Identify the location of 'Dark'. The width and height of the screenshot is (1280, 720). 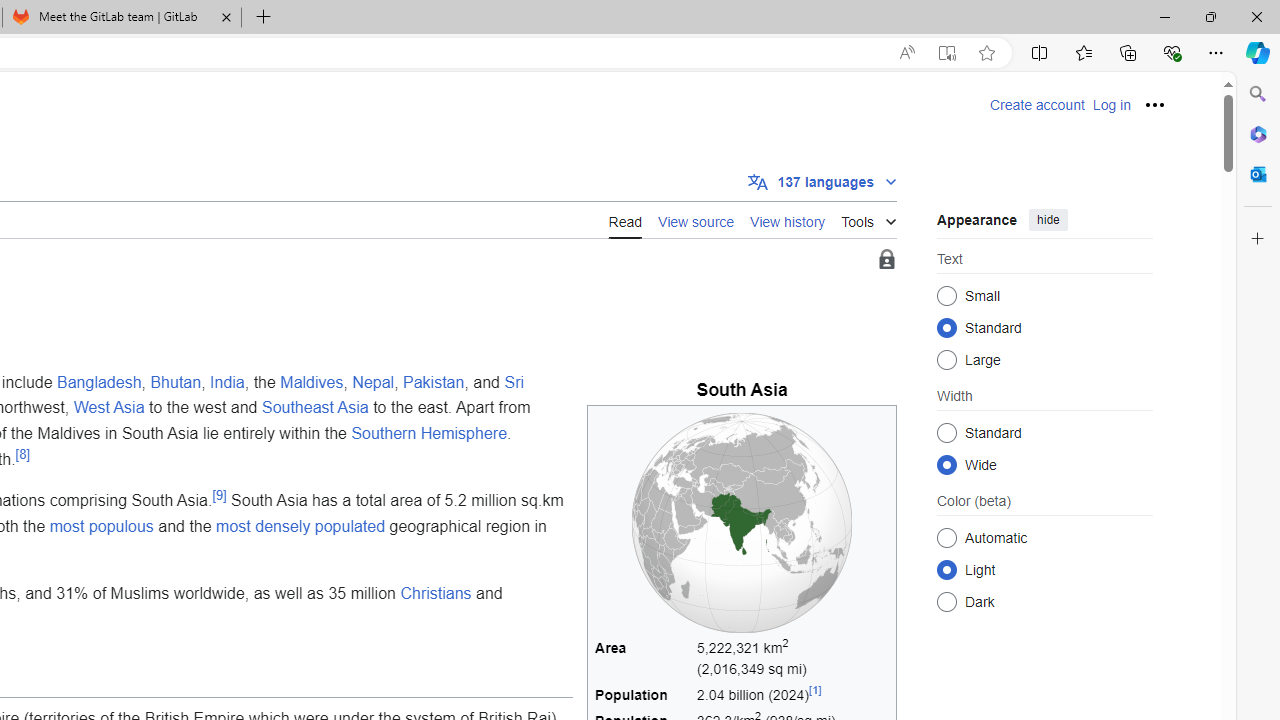
(946, 600).